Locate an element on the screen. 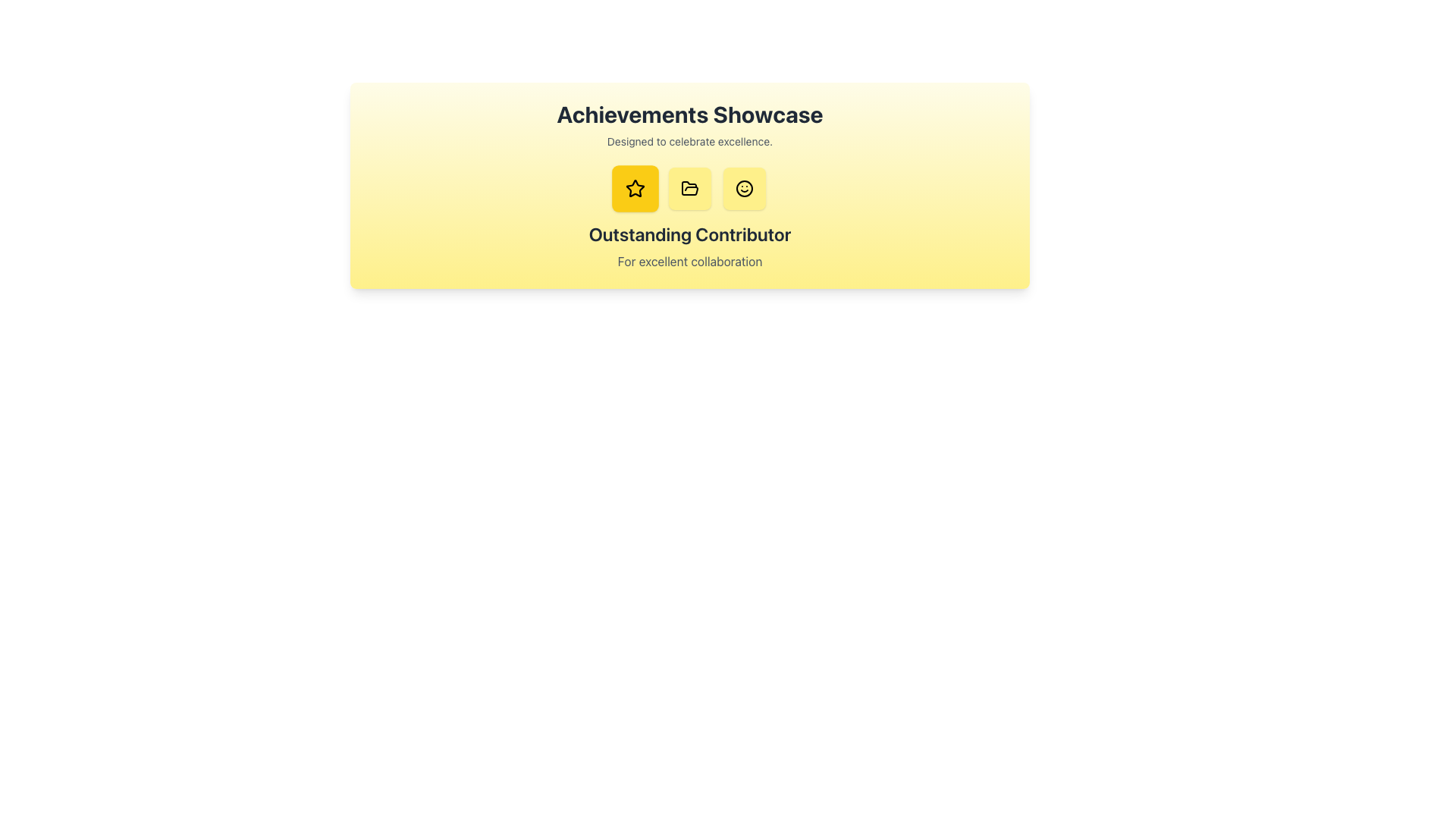 Image resolution: width=1456 pixels, height=819 pixels. the 'favorite' button located in the 'Achievements Showcase' section, which is the leftmost of three rounded icon buttons is located at coordinates (635, 188).